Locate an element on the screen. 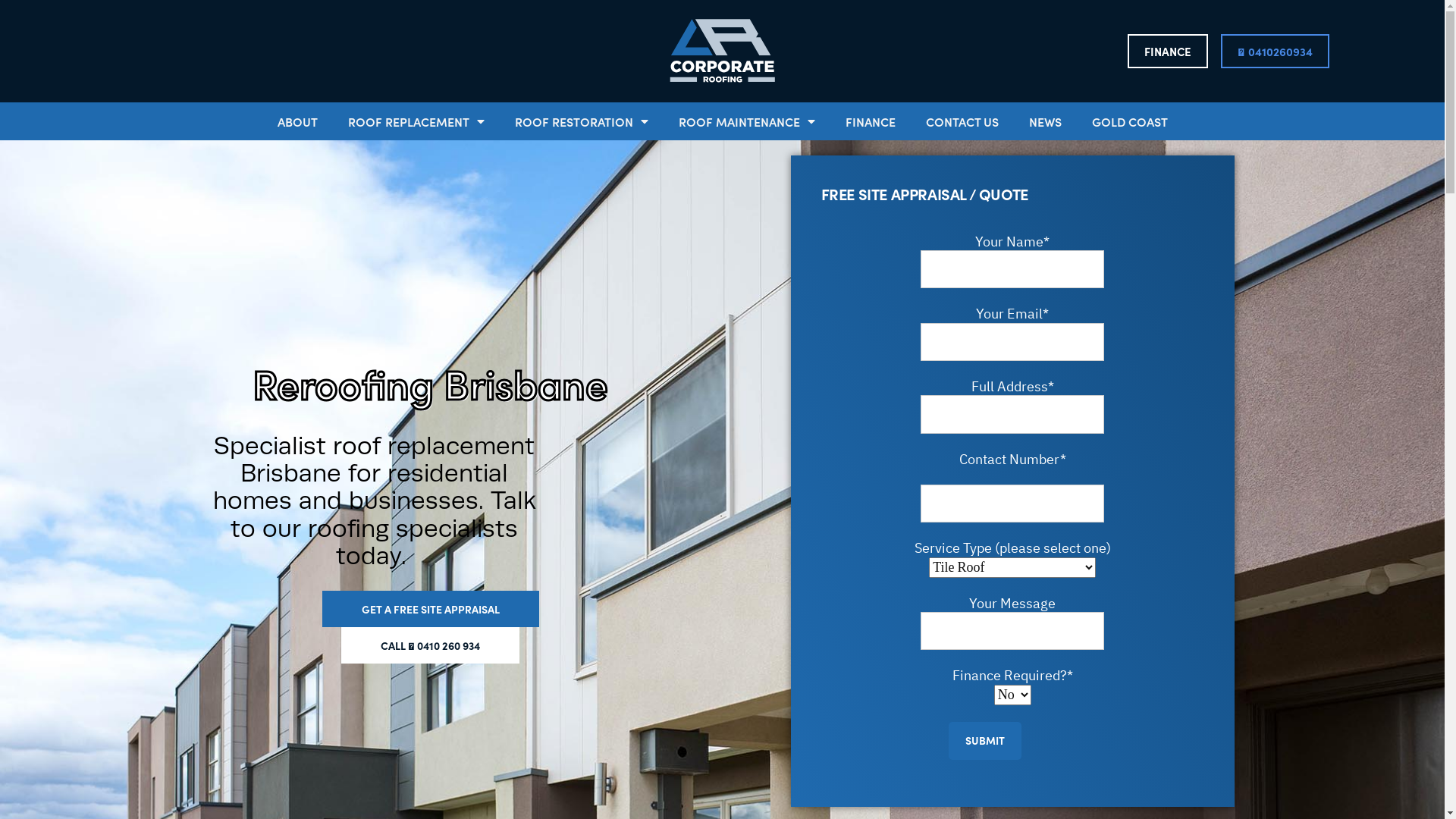 Image resolution: width=1456 pixels, height=819 pixels. 'ABOUT' is located at coordinates (297, 120).